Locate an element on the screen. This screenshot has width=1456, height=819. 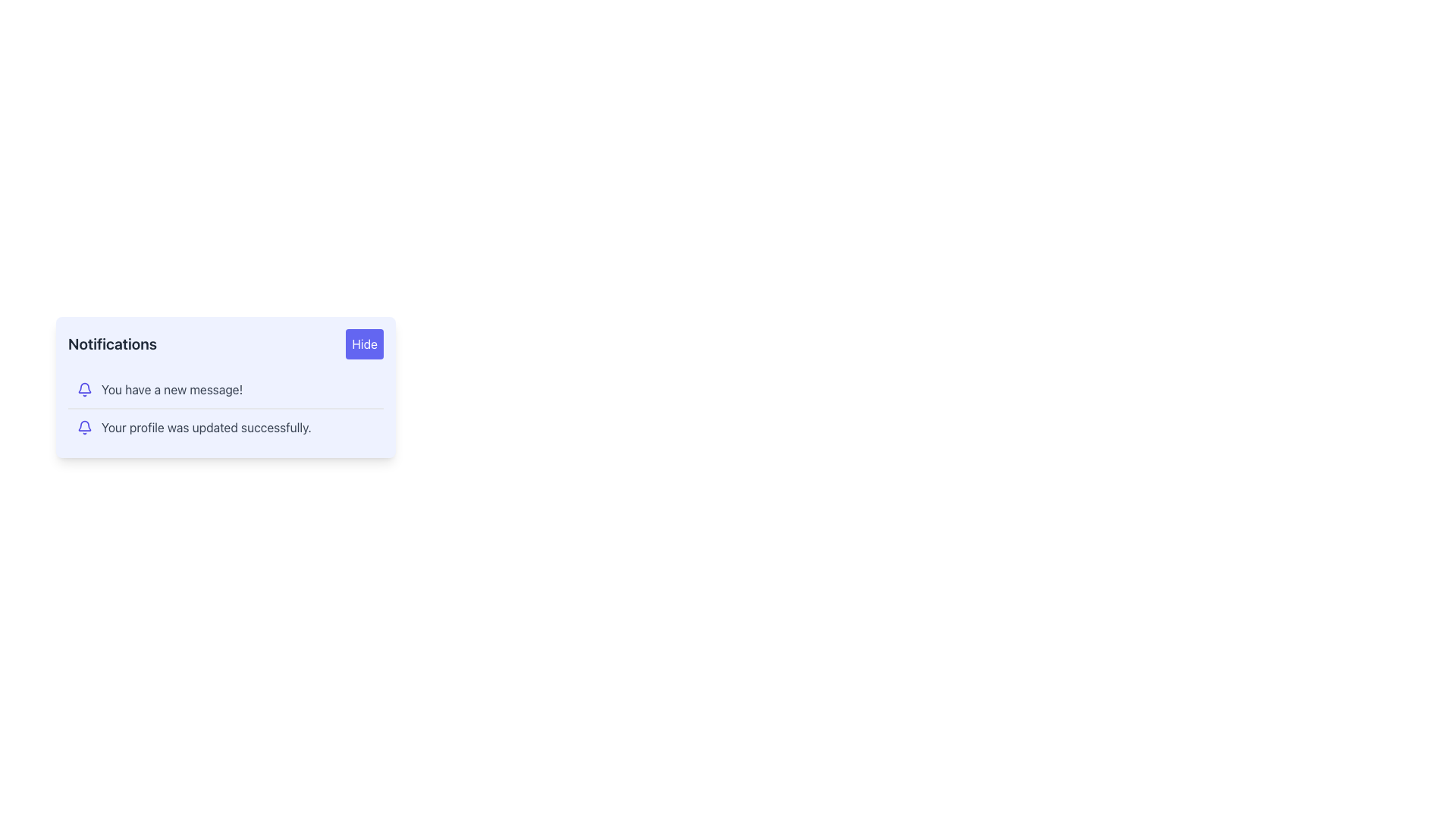
the button on the right side of the 'Notifications' text to hide the notifications panel is located at coordinates (365, 344).